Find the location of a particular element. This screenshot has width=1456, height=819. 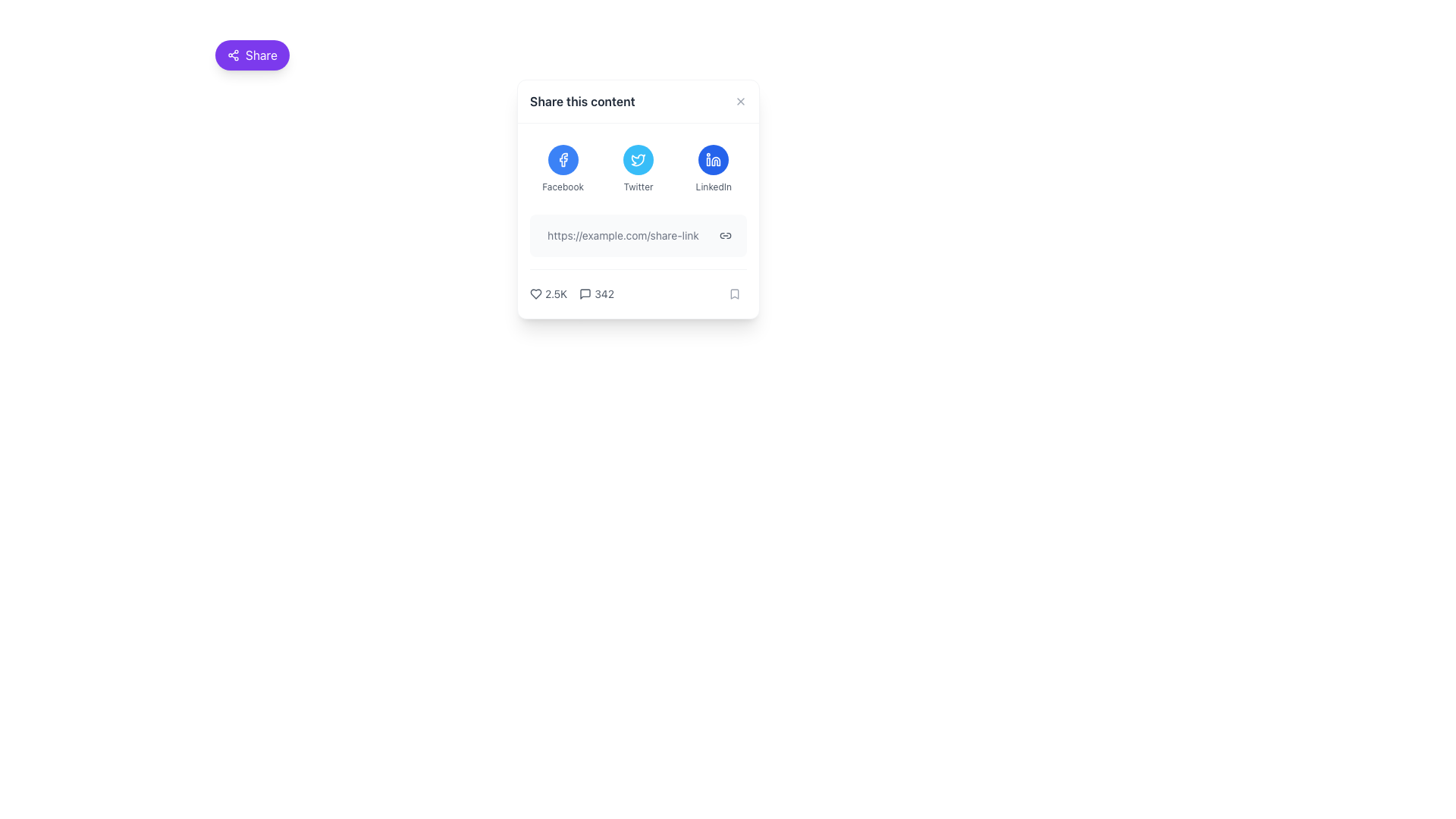

the heart icon located at the bottom left of the card interface within the modal panel to like the content is located at coordinates (571, 294).